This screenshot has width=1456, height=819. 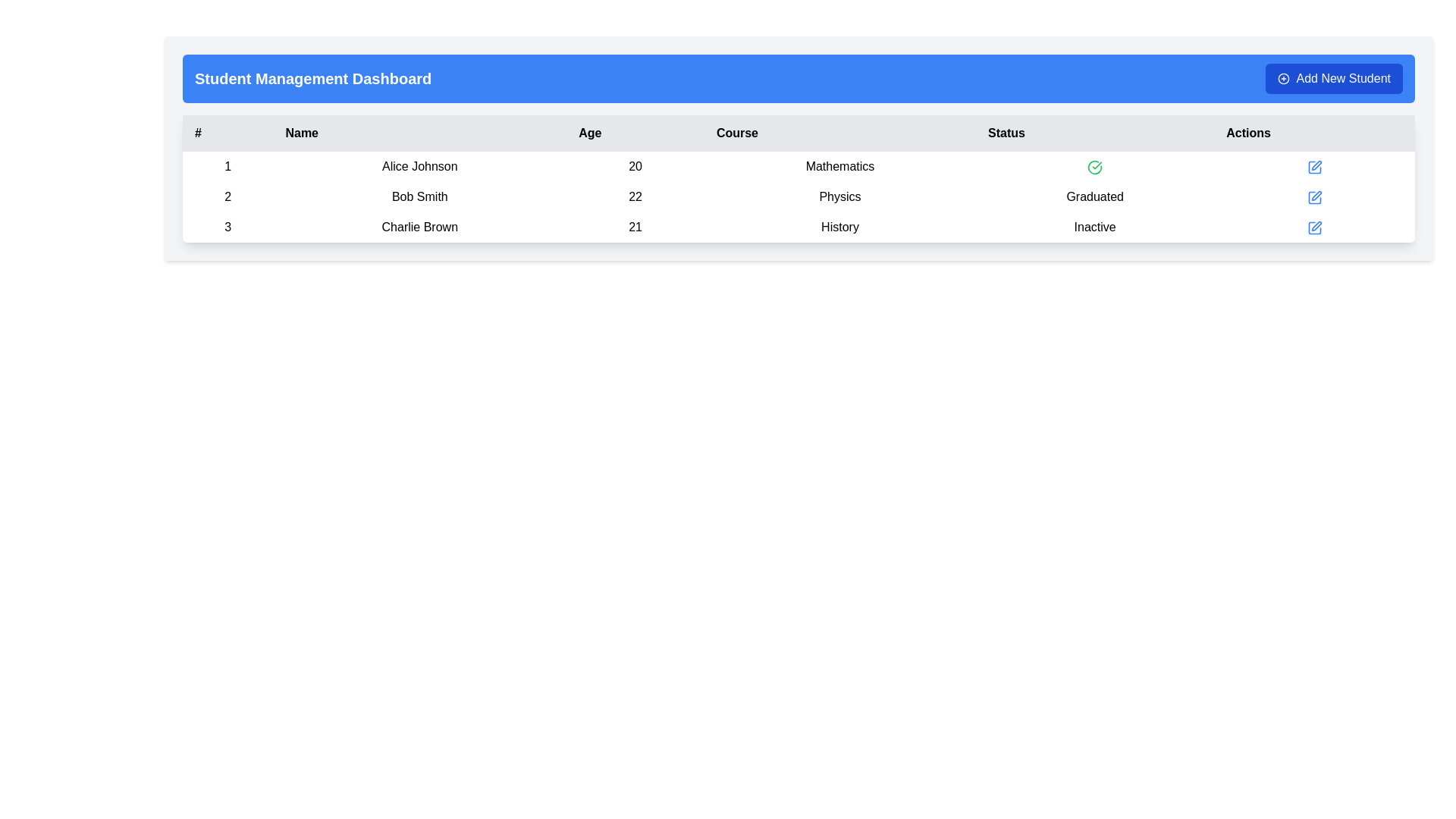 What do you see at coordinates (1095, 167) in the screenshot?
I see `the SVG graphic icon in the 'Status' column of the first row in the table` at bounding box center [1095, 167].